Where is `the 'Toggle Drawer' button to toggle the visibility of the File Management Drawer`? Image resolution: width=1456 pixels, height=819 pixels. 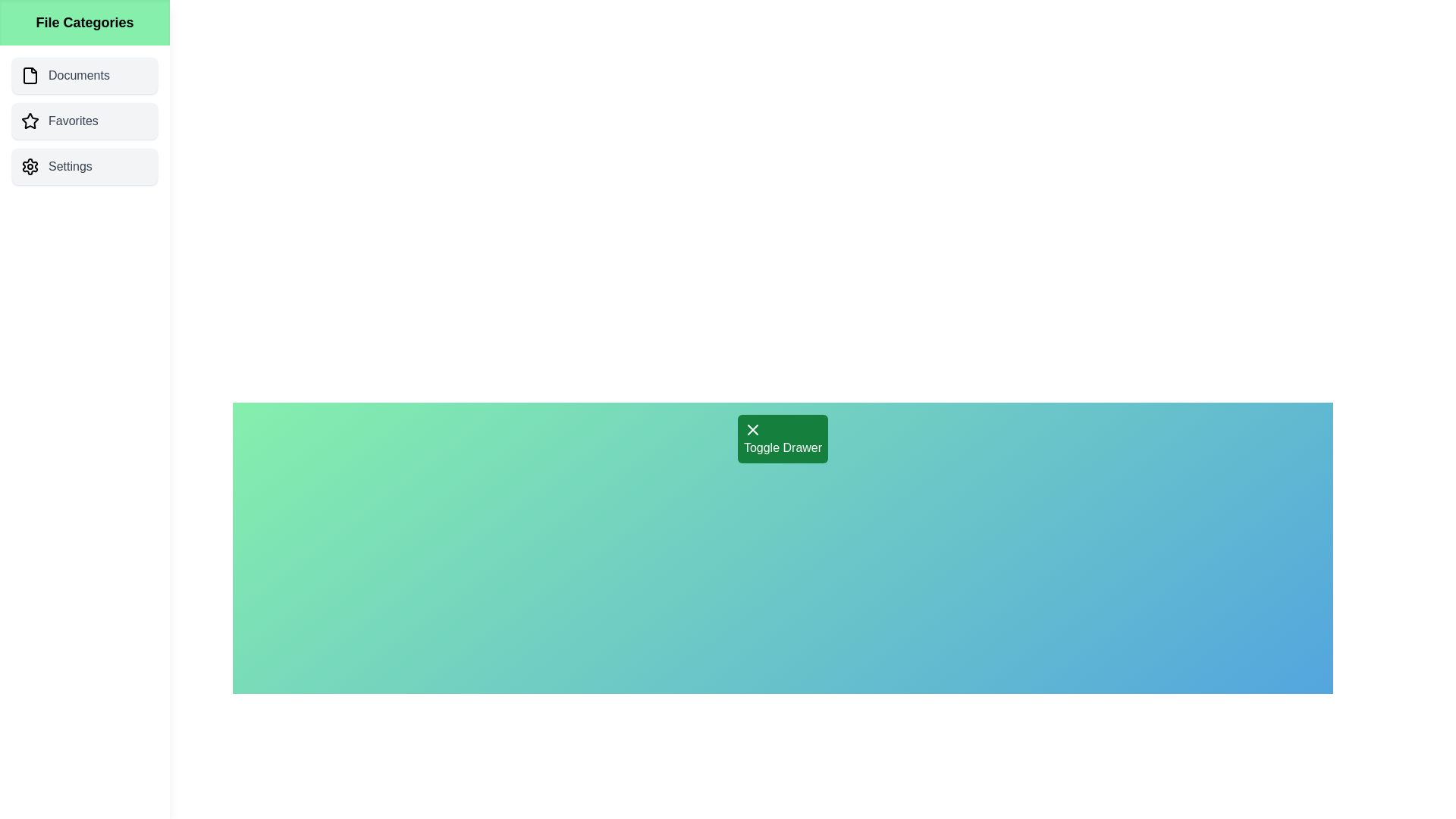
the 'Toggle Drawer' button to toggle the visibility of the File Management Drawer is located at coordinates (783, 438).